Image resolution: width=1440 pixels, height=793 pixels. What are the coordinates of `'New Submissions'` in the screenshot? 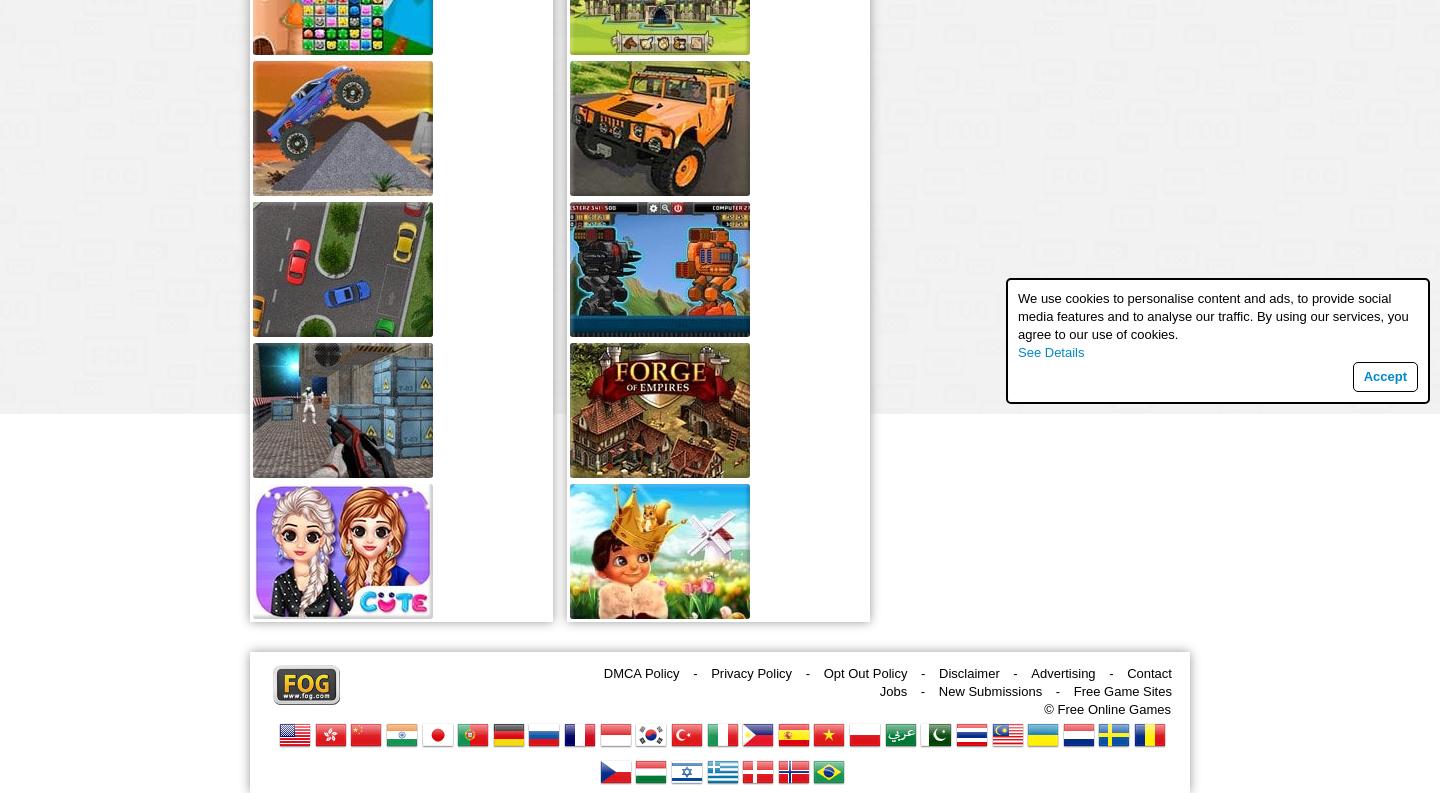 It's located at (989, 690).